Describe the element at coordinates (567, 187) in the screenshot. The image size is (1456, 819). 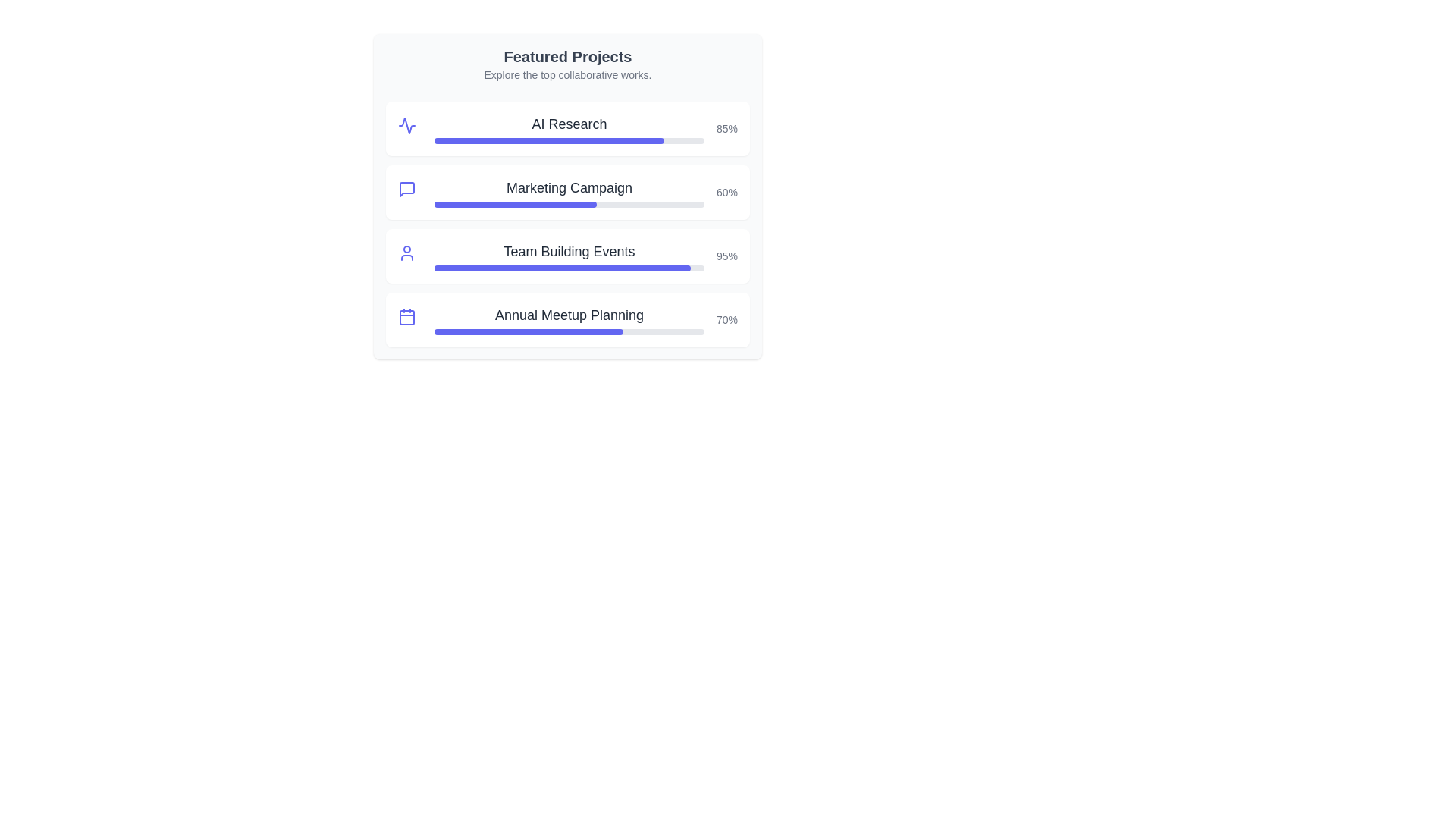
I see `the project titled Marketing Campaign` at that location.